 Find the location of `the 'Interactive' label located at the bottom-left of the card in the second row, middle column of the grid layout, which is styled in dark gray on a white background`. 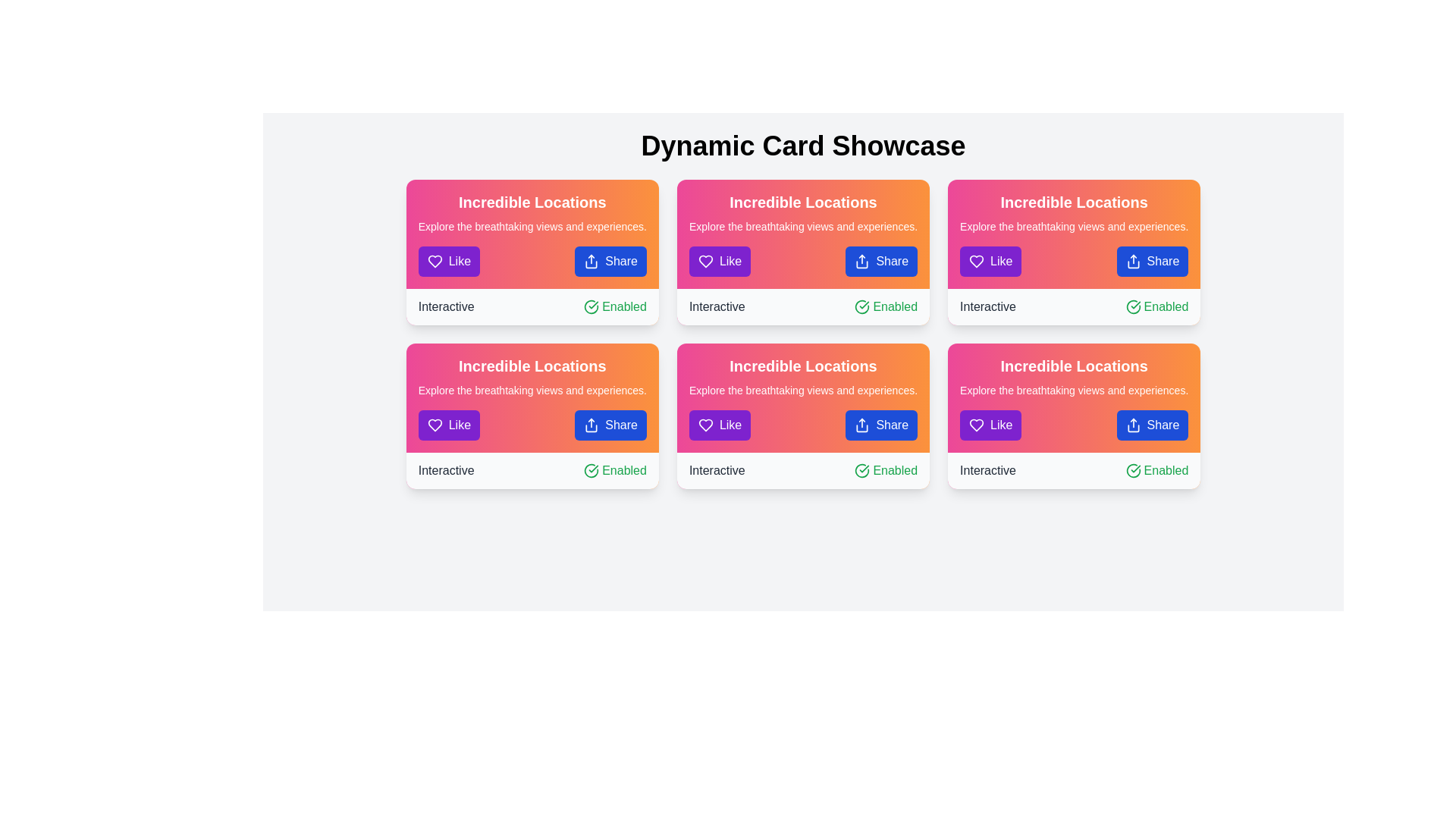

the 'Interactive' label located at the bottom-left of the card in the second row, middle column of the grid layout, which is styled in dark gray on a white background is located at coordinates (716, 470).